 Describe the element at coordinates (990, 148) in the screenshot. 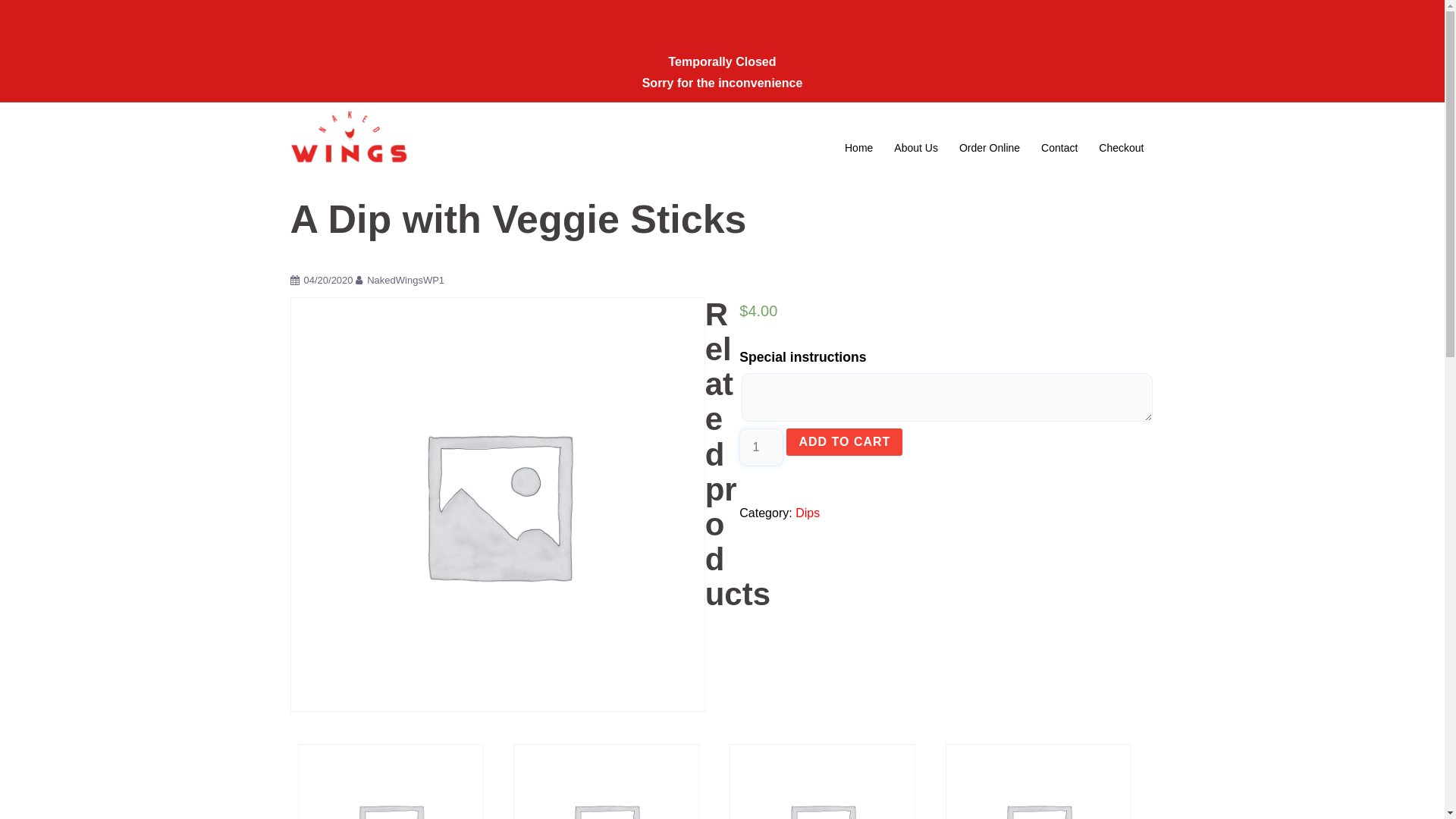

I see `'Order Online'` at that location.